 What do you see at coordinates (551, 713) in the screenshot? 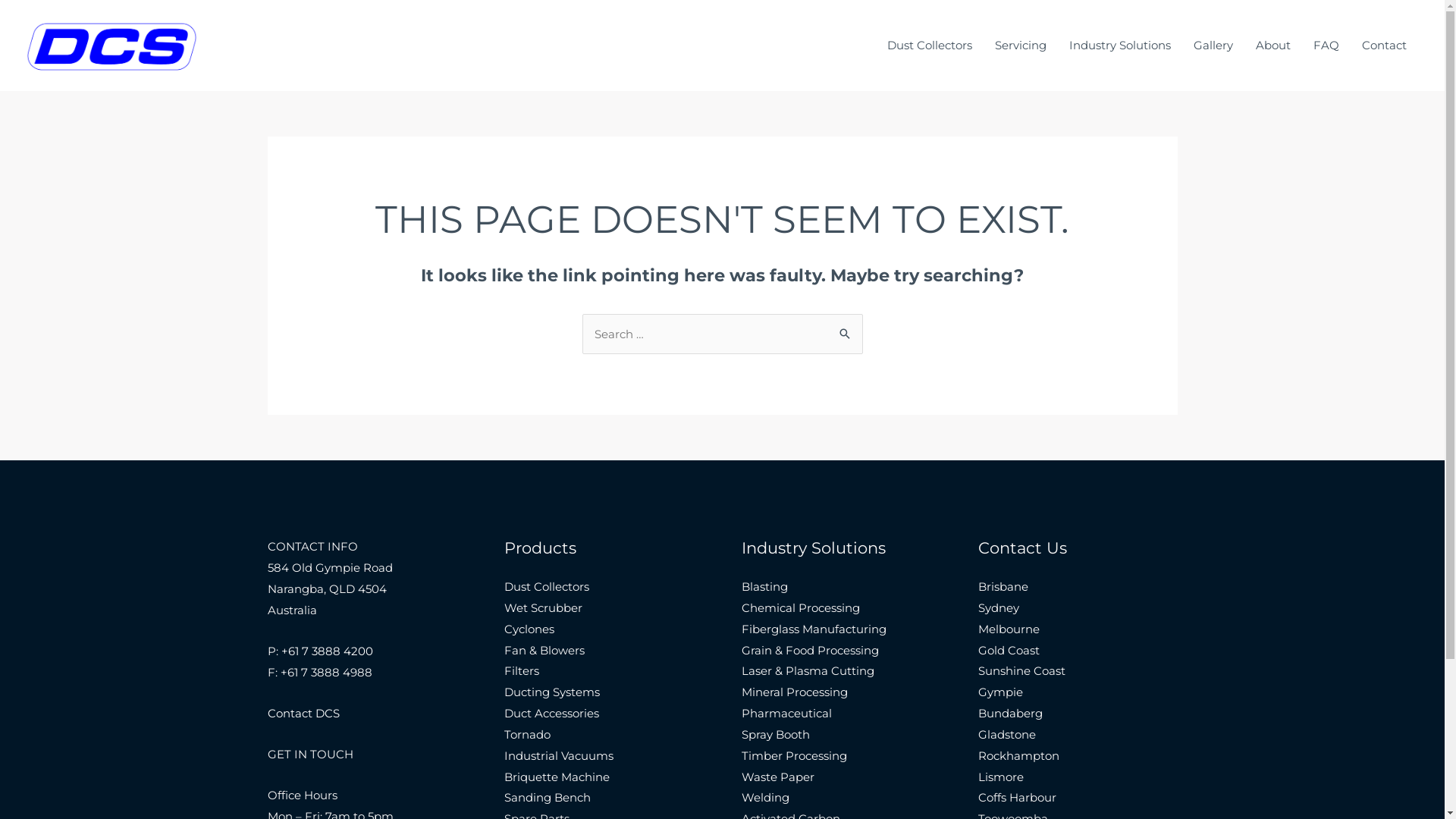
I see `'Duct Accessories'` at bounding box center [551, 713].